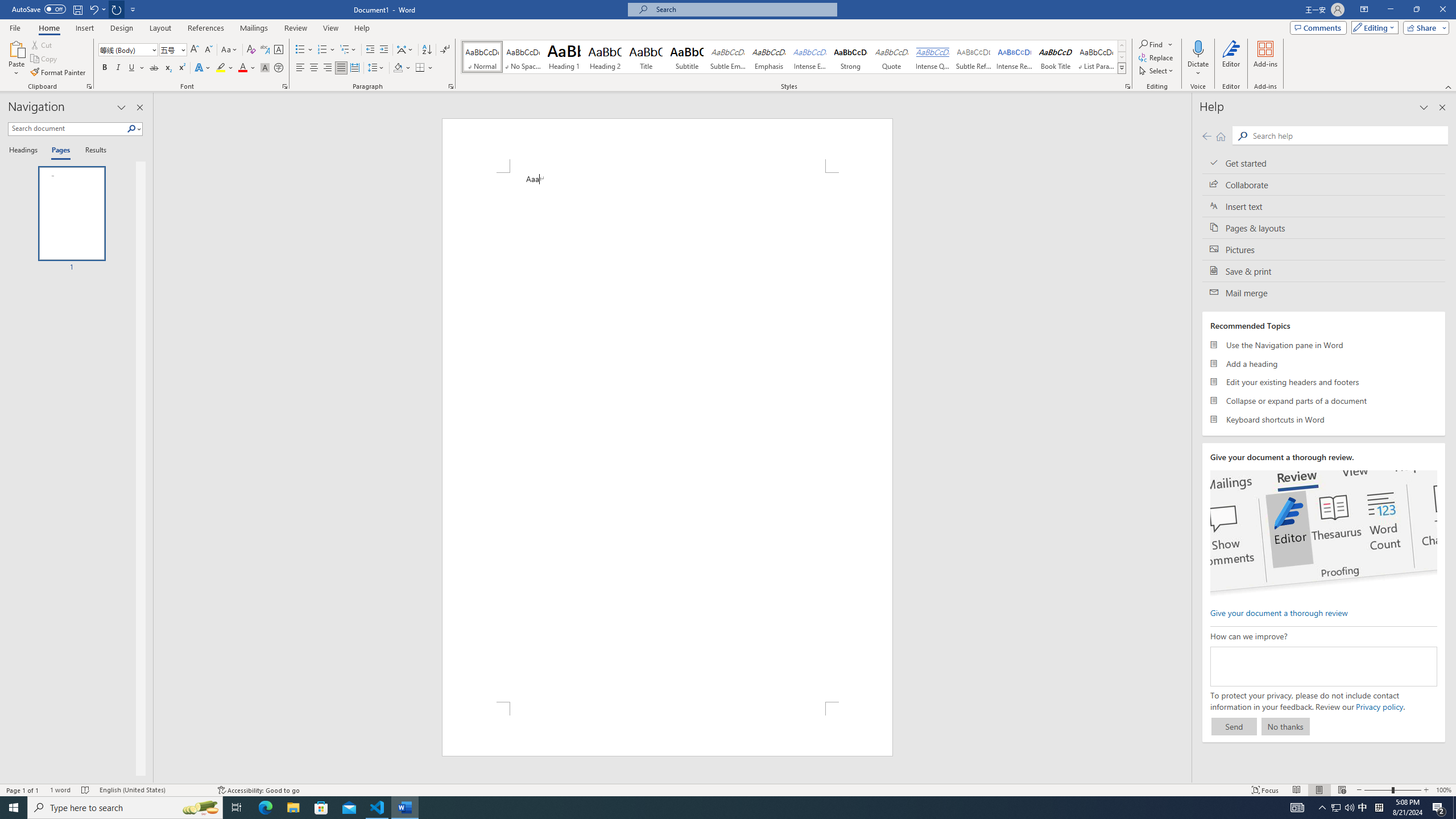 The width and height of the screenshot is (1456, 819). I want to click on 'Pictures', so click(1323, 249).